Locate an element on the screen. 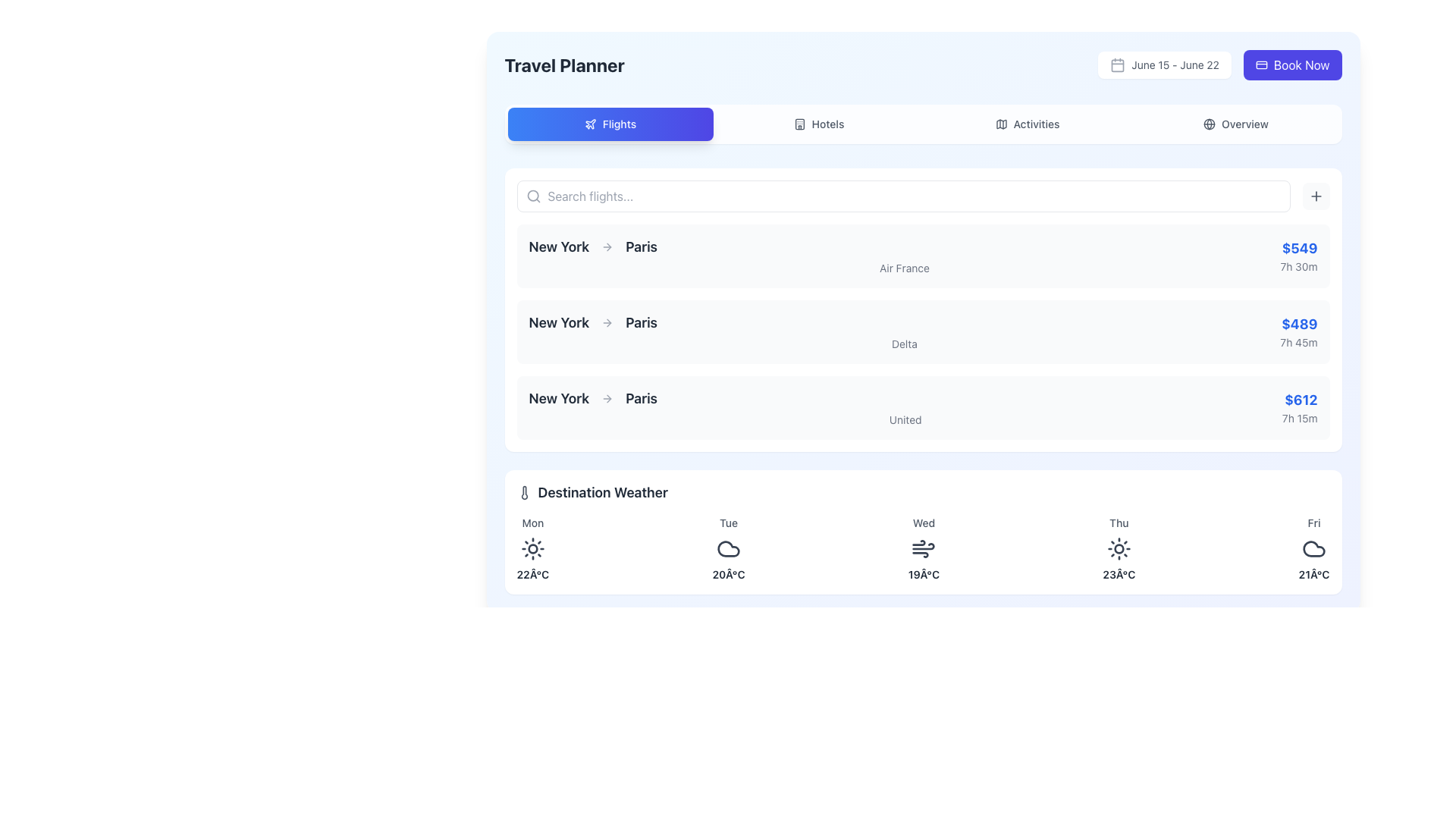 The height and width of the screenshot is (819, 1456). the cloud-shaped icon with a hollow center located in the weather forecast section under the 'Tuesday' column is located at coordinates (728, 549).